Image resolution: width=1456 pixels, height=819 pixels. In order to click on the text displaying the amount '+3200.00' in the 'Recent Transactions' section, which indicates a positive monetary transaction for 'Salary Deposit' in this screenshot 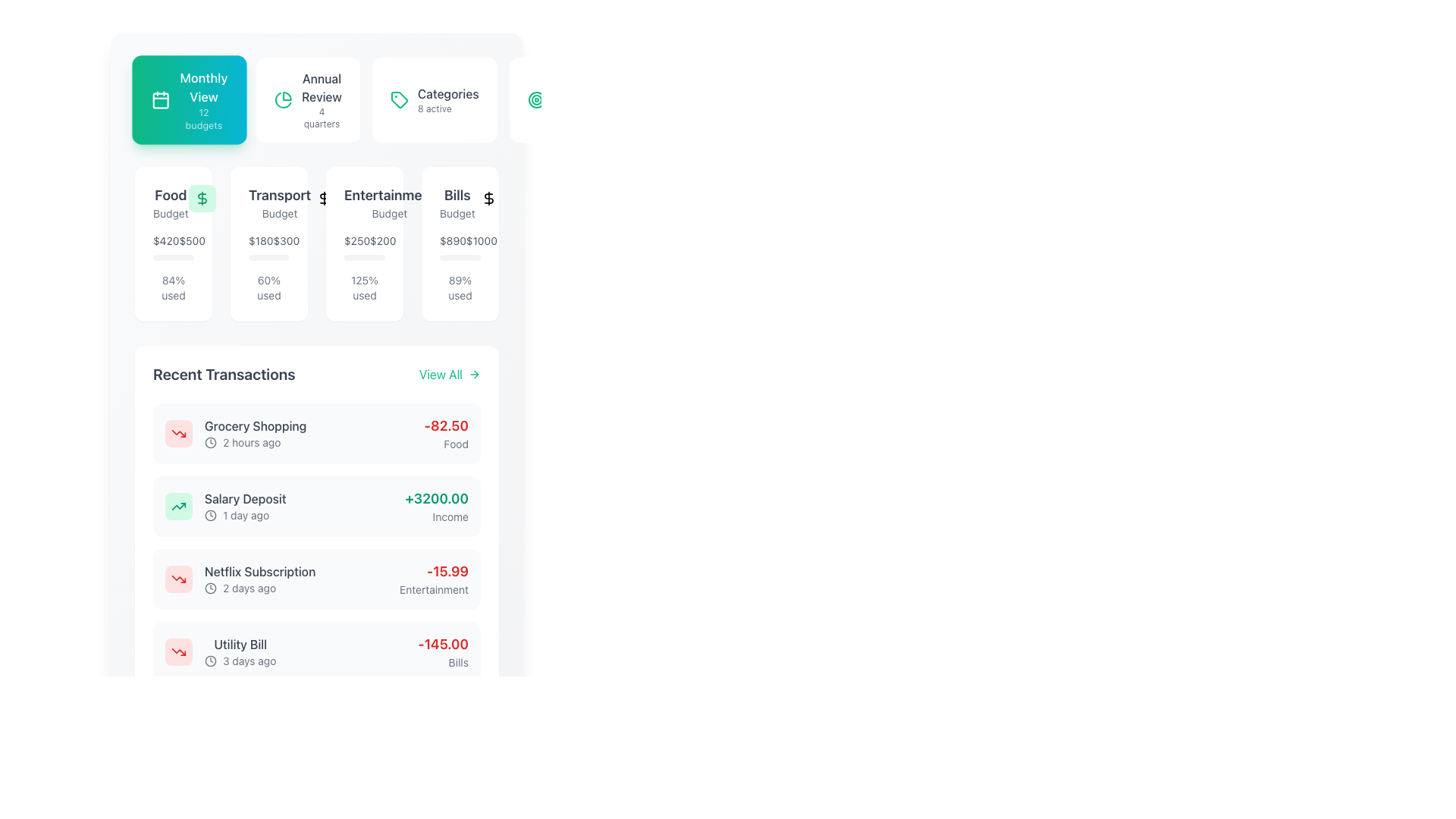, I will do `click(436, 499)`.